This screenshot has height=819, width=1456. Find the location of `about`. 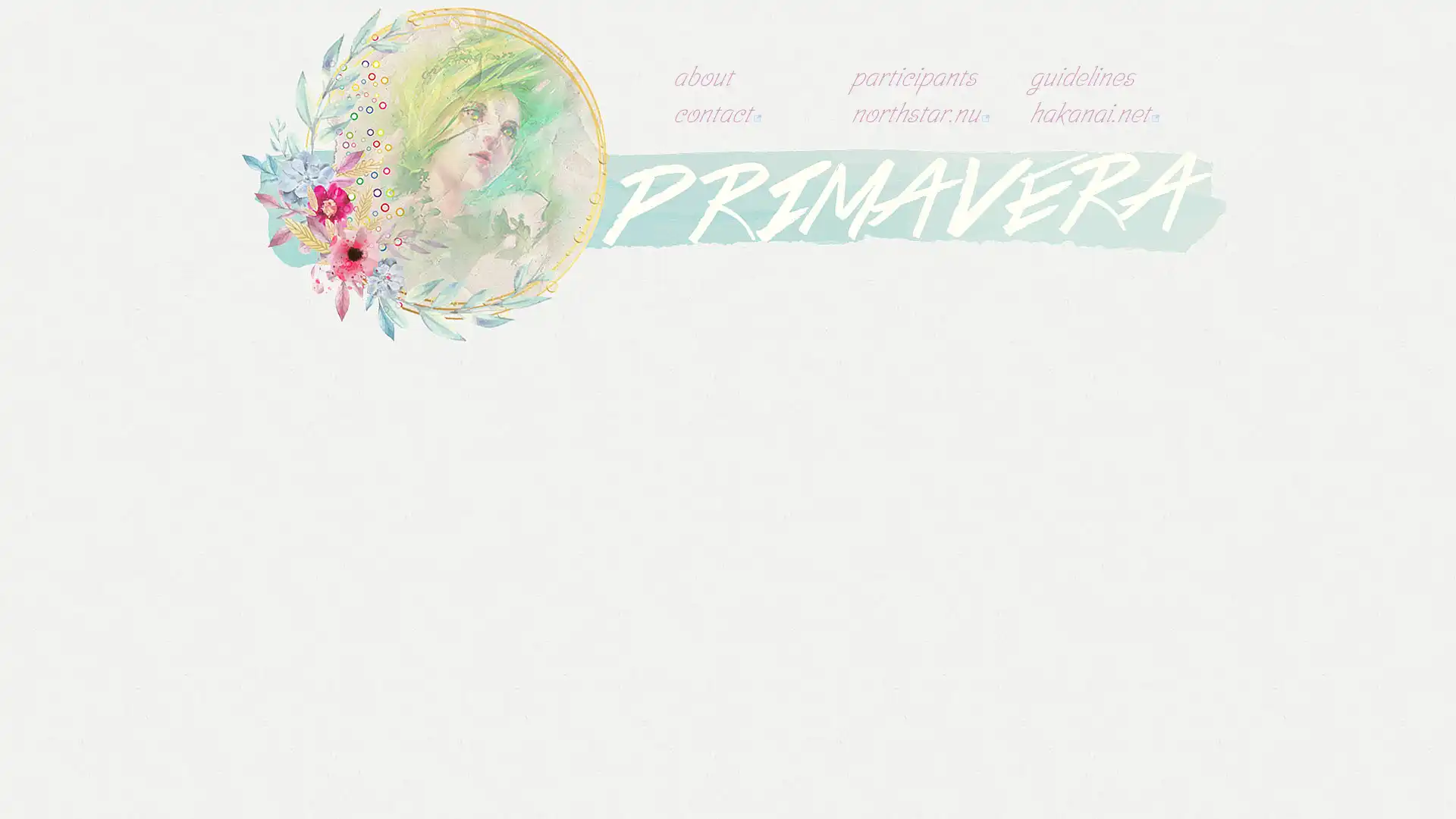

about is located at coordinates (701, 76).